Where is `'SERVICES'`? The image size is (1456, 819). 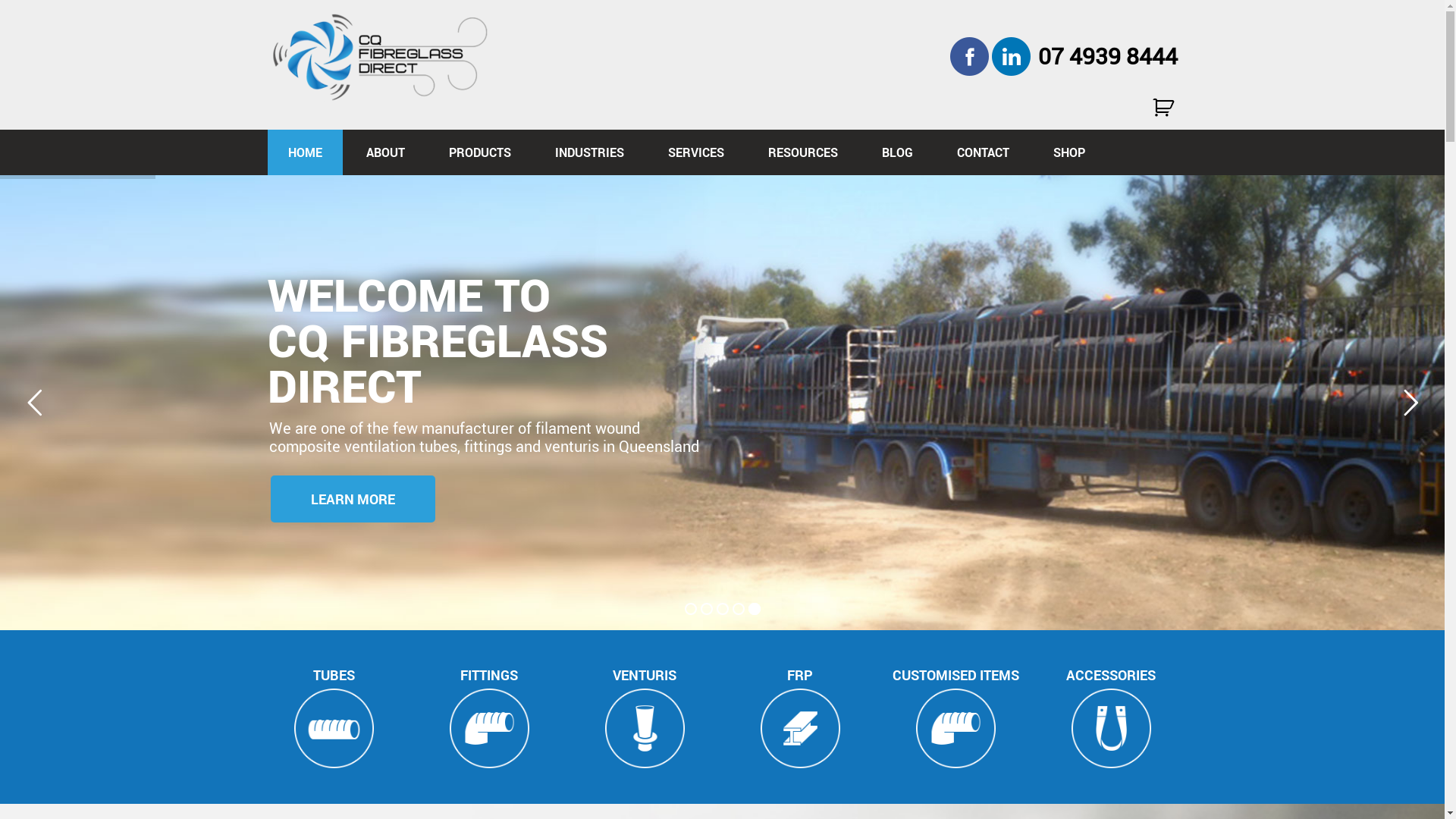 'SERVICES' is located at coordinates (695, 152).